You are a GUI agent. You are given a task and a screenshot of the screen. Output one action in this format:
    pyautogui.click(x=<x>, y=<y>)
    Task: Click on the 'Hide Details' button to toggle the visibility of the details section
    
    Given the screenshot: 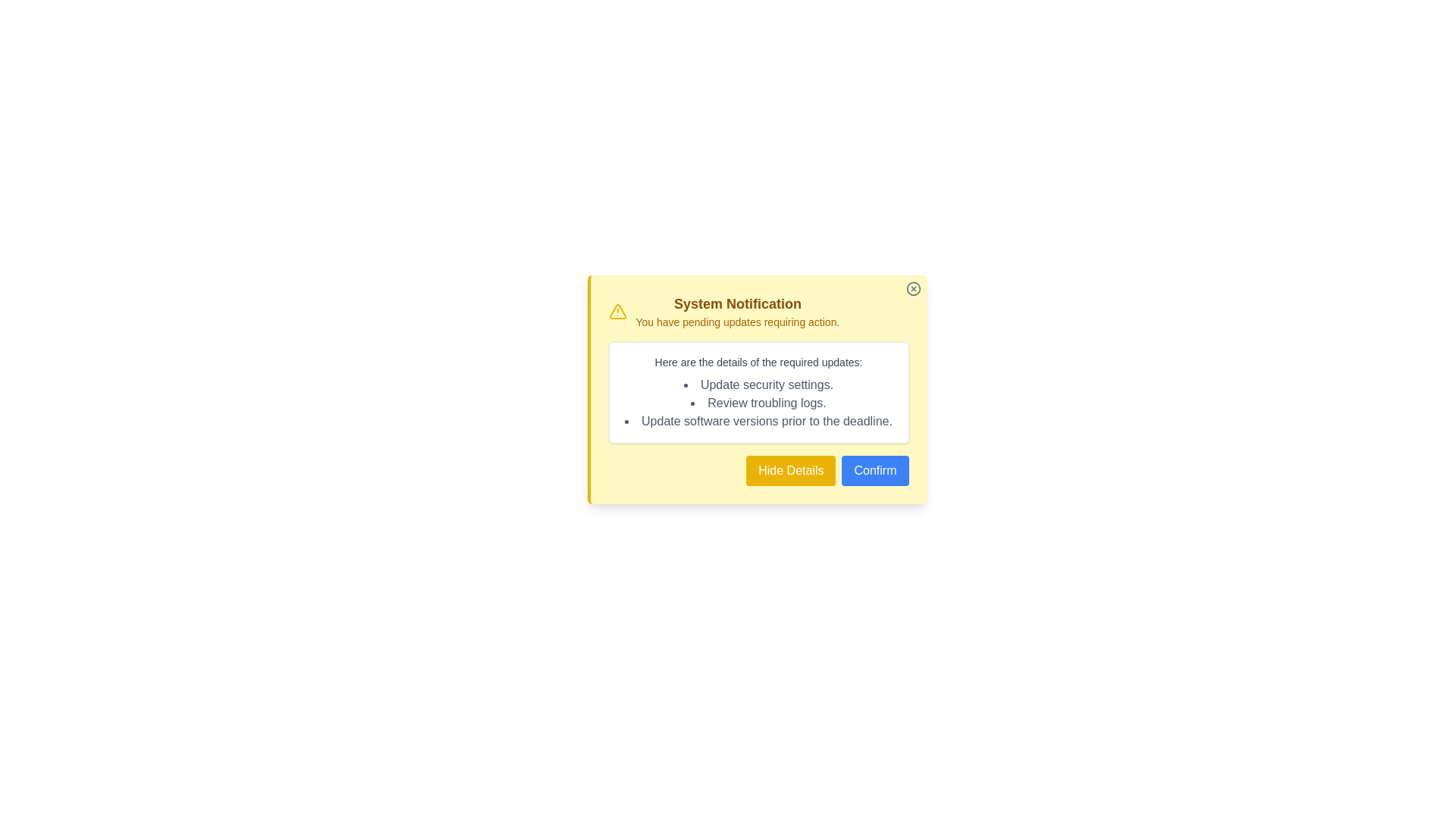 What is the action you would take?
    pyautogui.click(x=789, y=470)
    